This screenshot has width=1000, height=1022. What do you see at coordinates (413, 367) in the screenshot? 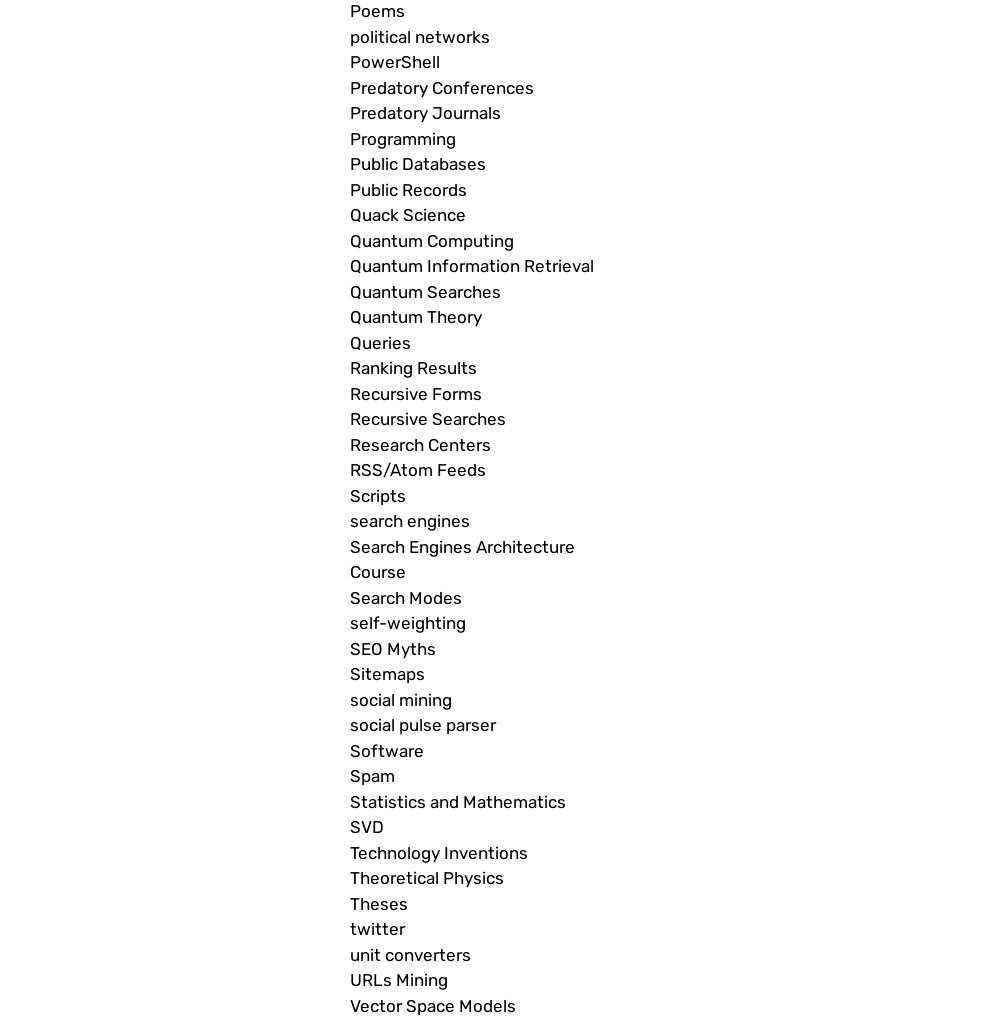
I see `'Ranking Results'` at bounding box center [413, 367].